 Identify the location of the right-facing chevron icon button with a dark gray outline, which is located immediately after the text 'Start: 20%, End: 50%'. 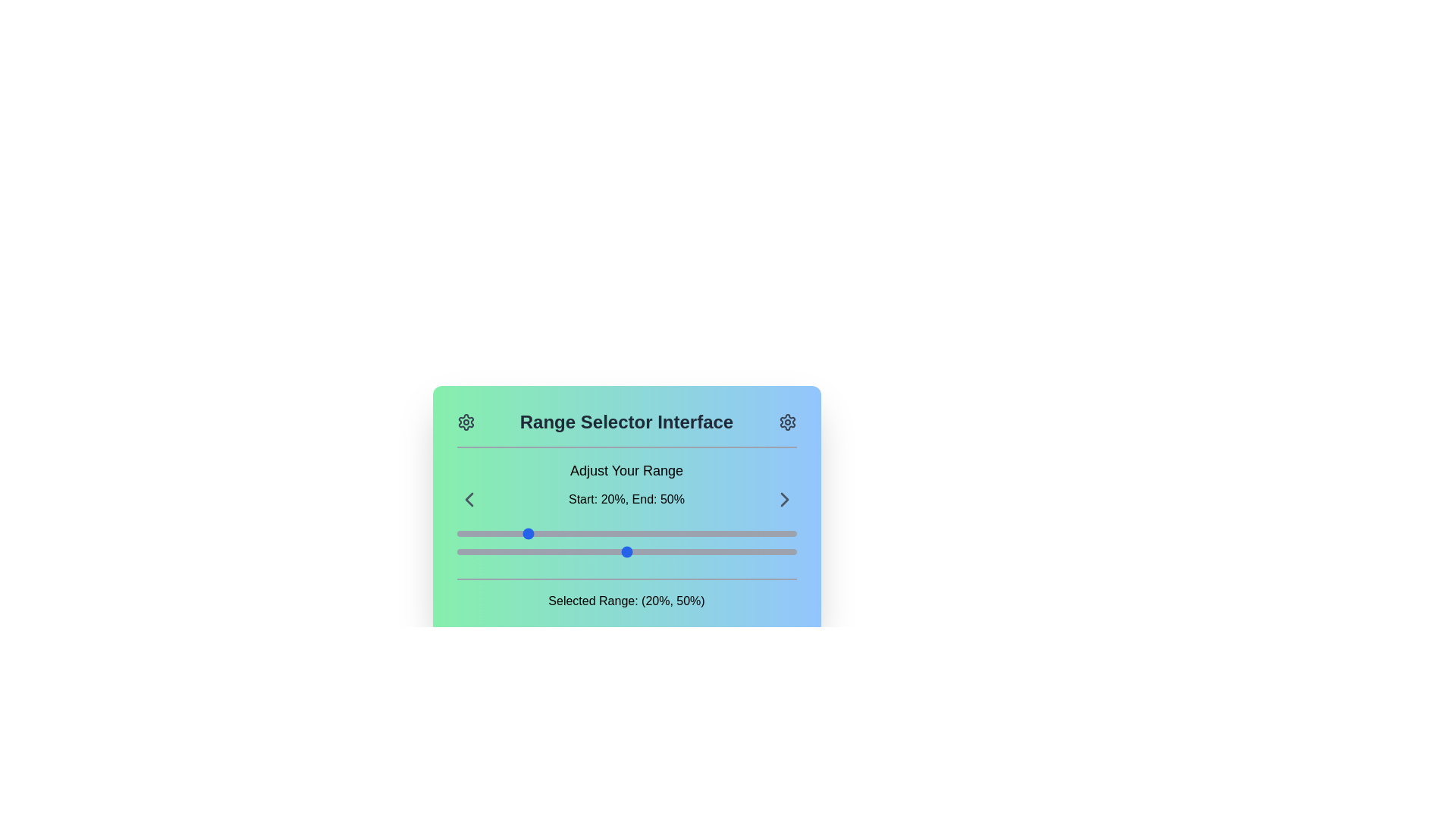
(784, 500).